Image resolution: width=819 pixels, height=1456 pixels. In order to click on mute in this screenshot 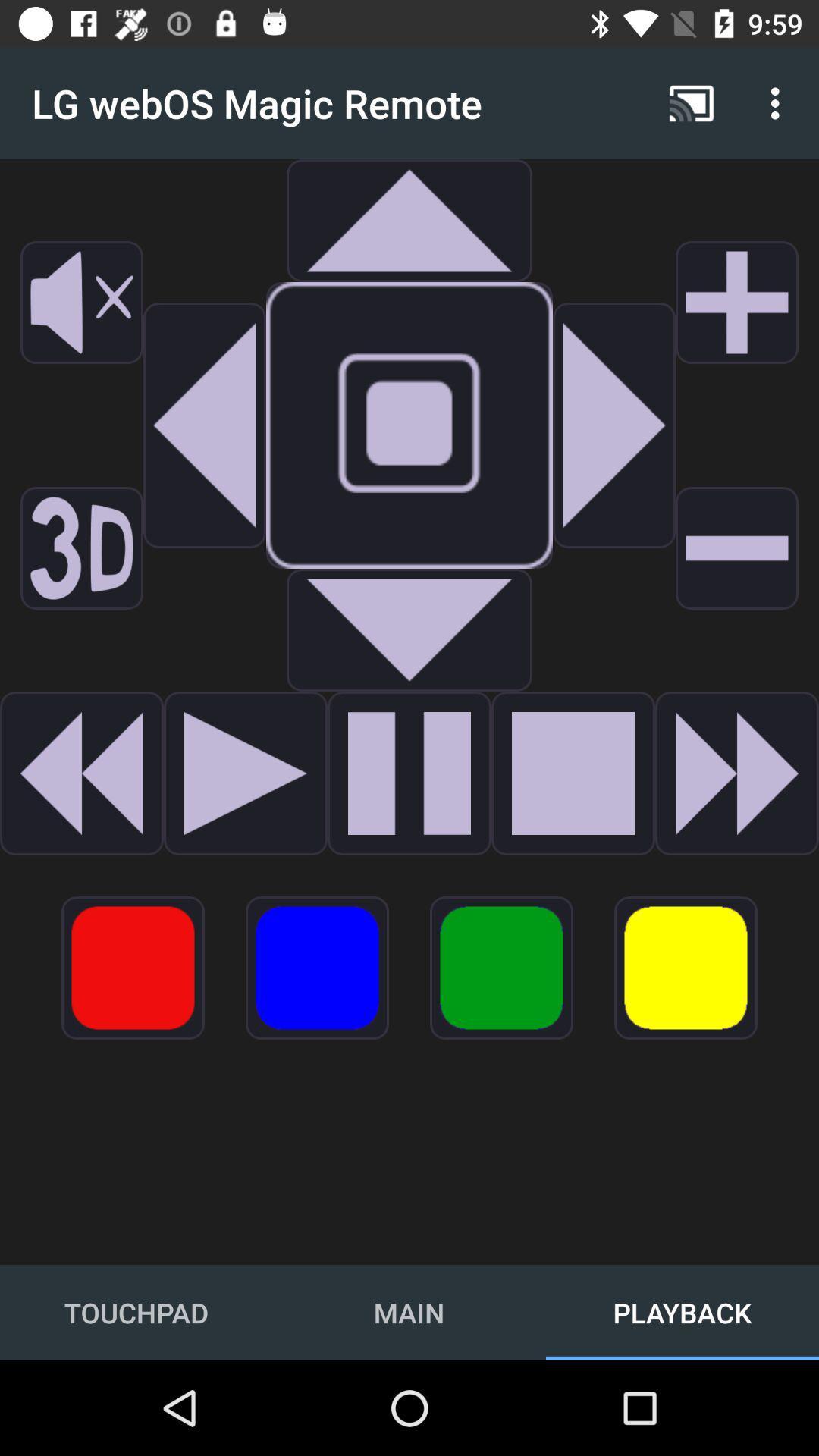, I will do `click(82, 302)`.